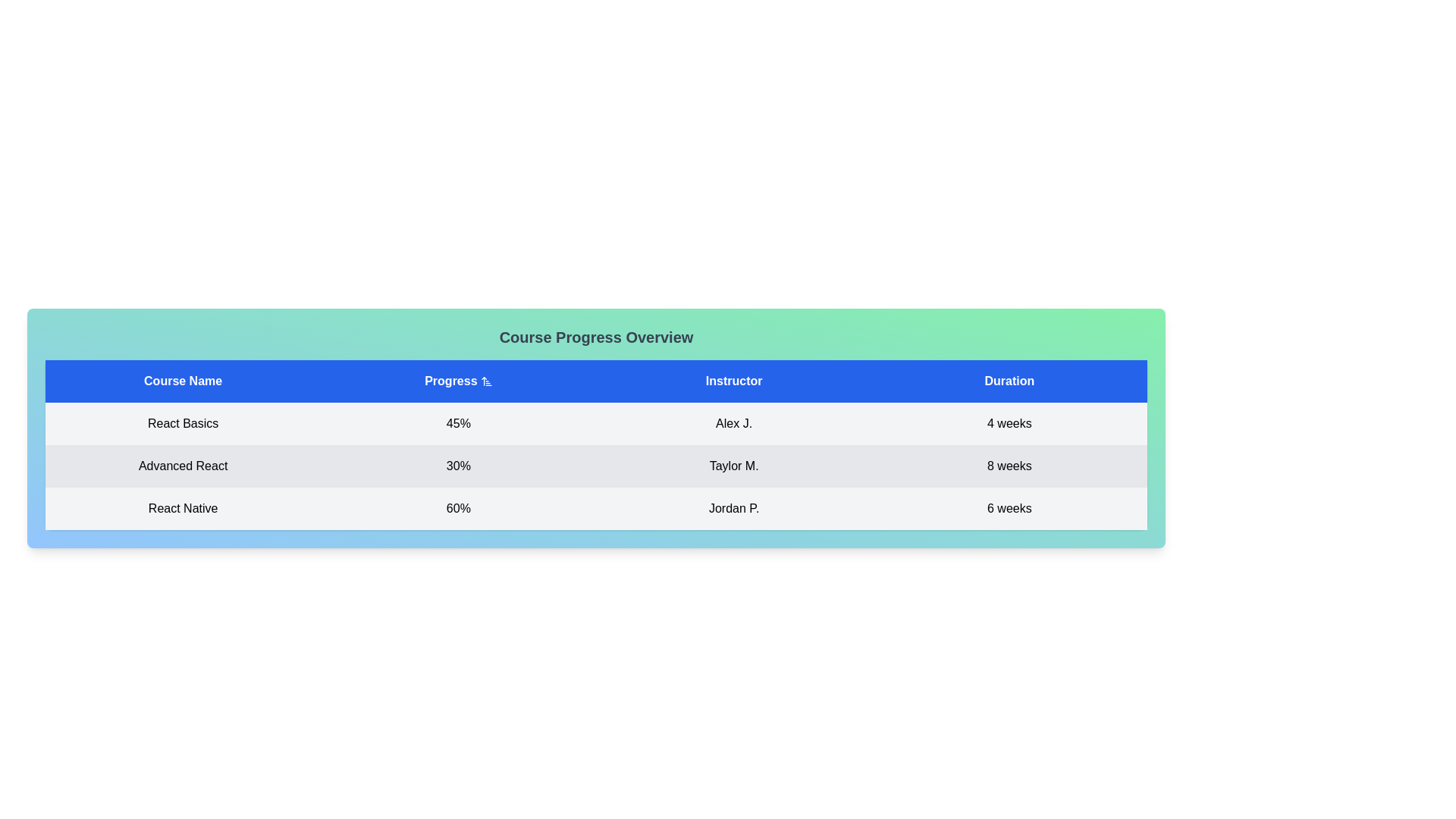 The image size is (1456, 819). I want to click on the non-interactive text label displaying the instructor's name for the course 'React Basics', located in the third column of the first row of the course information table, so click(734, 424).